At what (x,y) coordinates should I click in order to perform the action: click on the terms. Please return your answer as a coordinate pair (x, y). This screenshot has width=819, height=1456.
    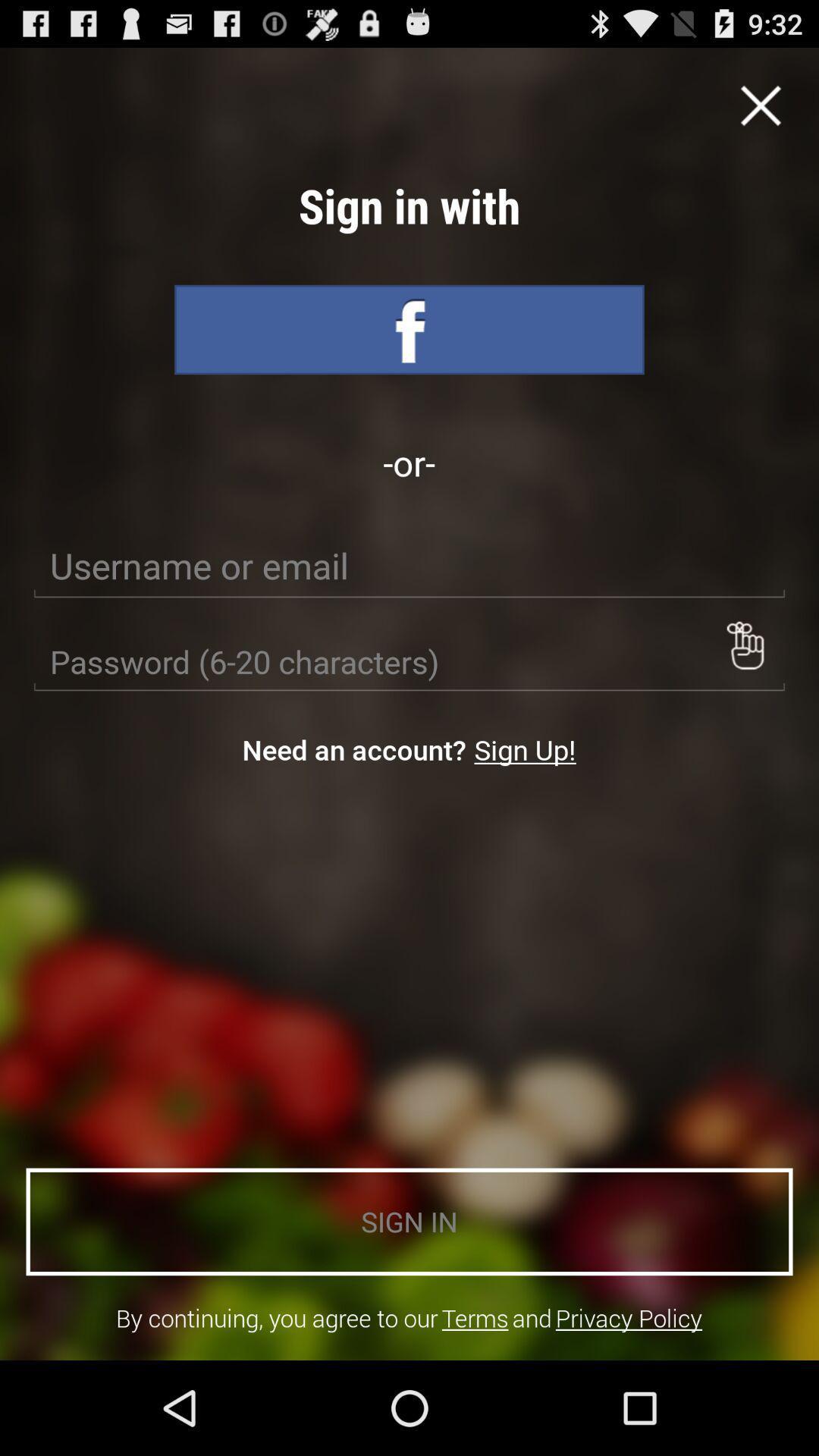
    Looking at the image, I should click on (474, 1317).